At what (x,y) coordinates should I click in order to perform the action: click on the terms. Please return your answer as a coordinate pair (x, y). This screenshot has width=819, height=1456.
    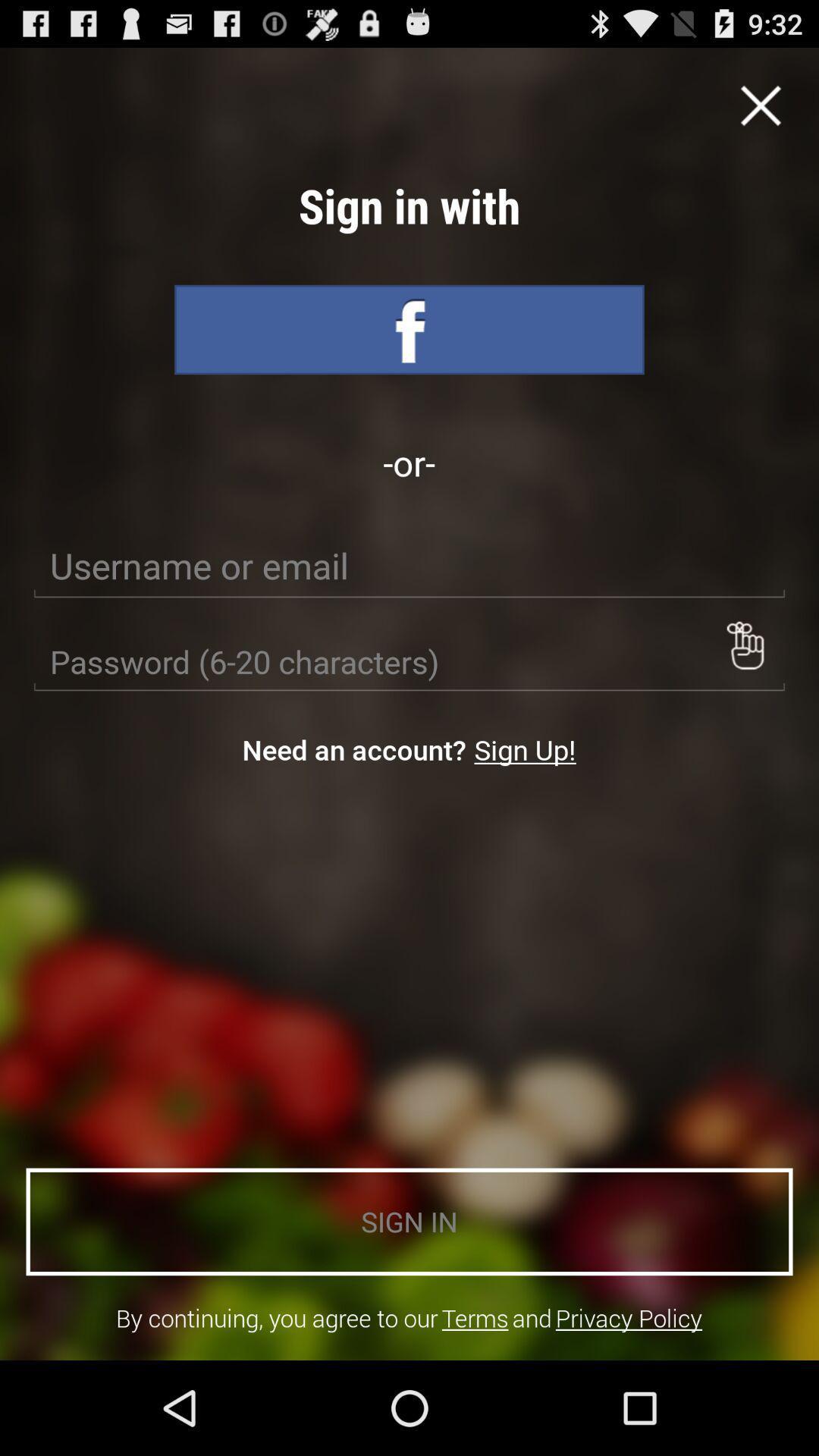
    Looking at the image, I should click on (474, 1317).